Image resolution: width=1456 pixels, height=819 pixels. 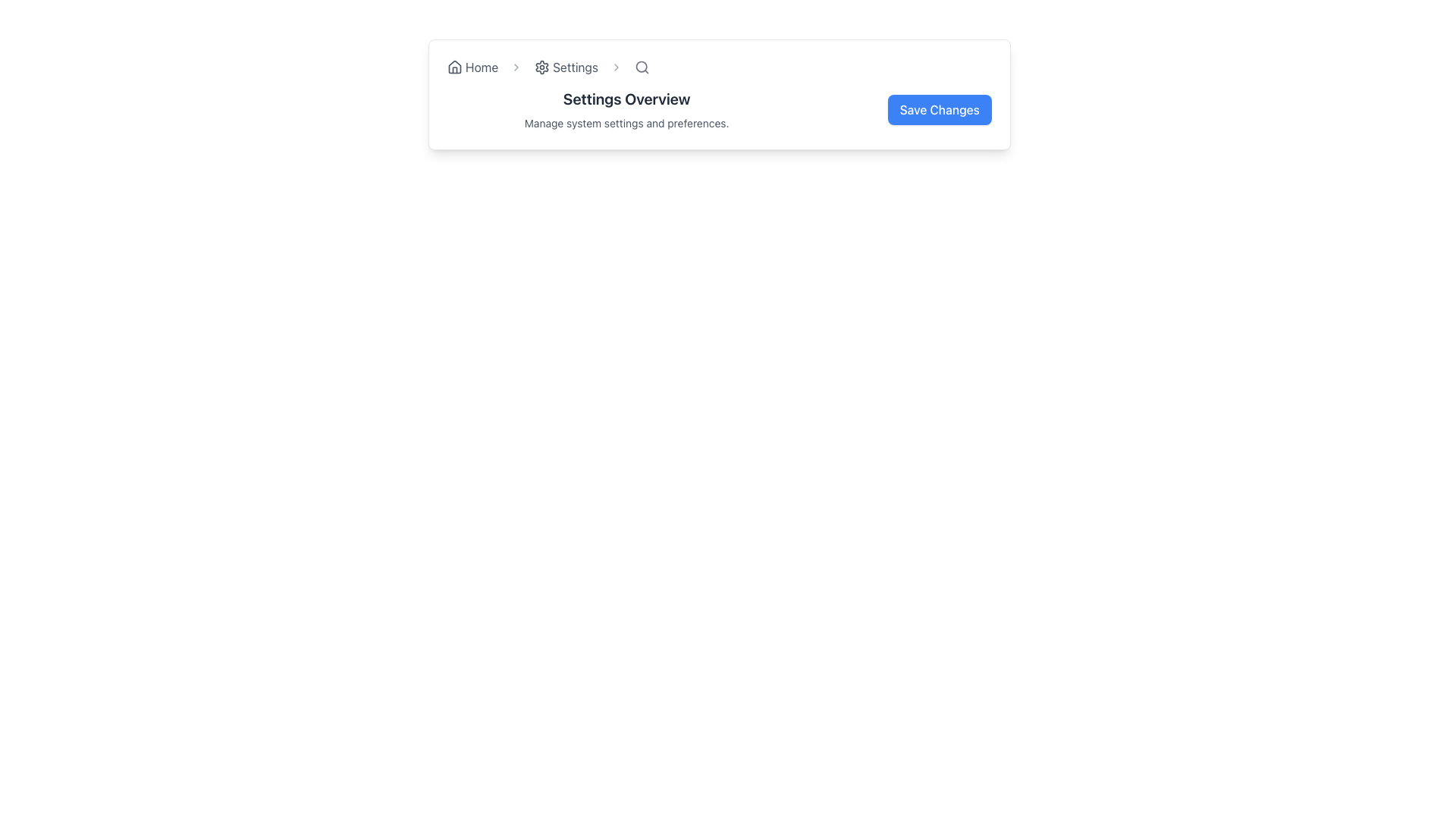 What do you see at coordinates (642, 66) in the screenshot?
I see `the central circle of the SVG search icon located in the upper-right corner navigation bar` at bounding box center [642, 66].